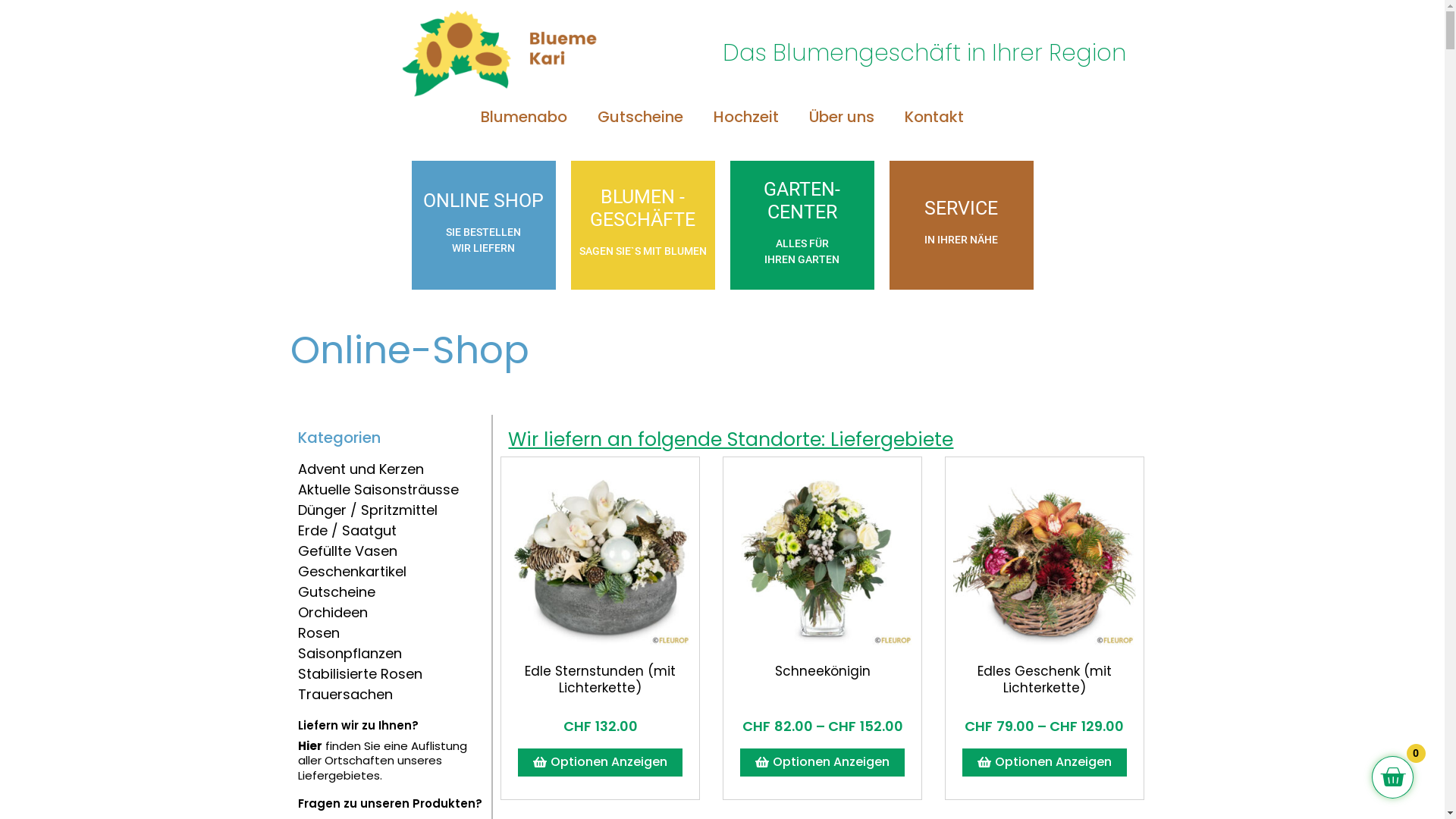  I want to click on 'Optionen Anzeigen', so click(599, 761).